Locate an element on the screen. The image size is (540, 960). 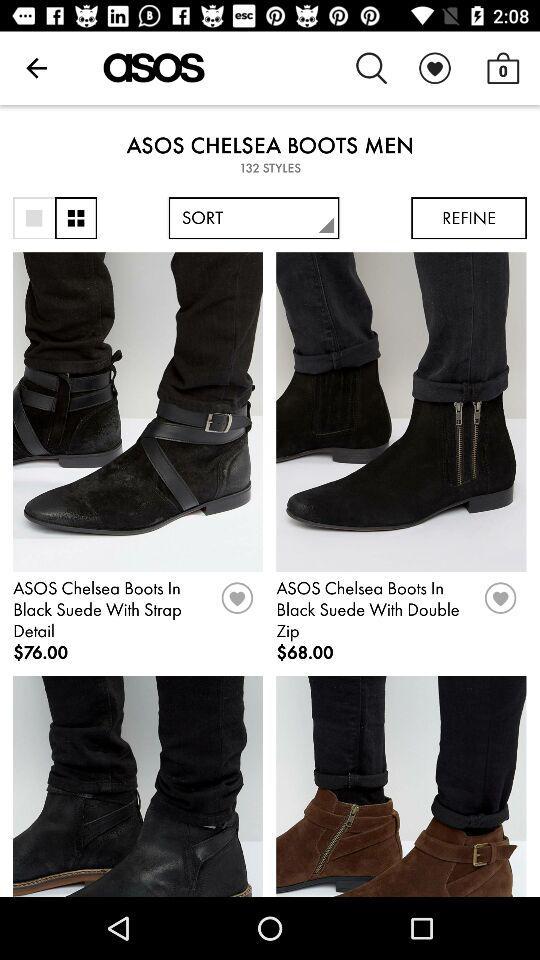
one item only is located at coordinates (33, 218).